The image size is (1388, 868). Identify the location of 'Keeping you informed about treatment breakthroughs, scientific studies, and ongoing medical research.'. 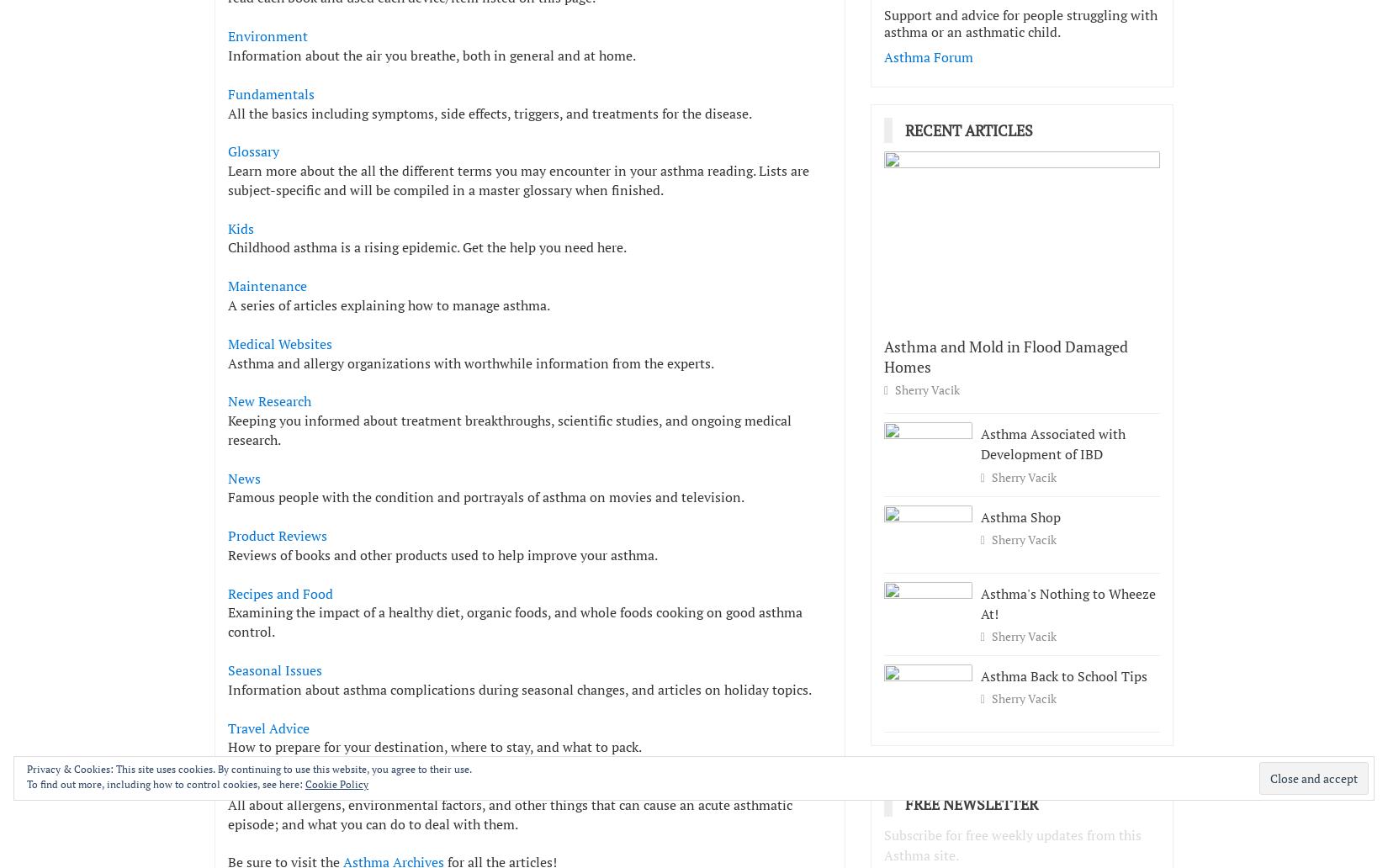
(227, 429).